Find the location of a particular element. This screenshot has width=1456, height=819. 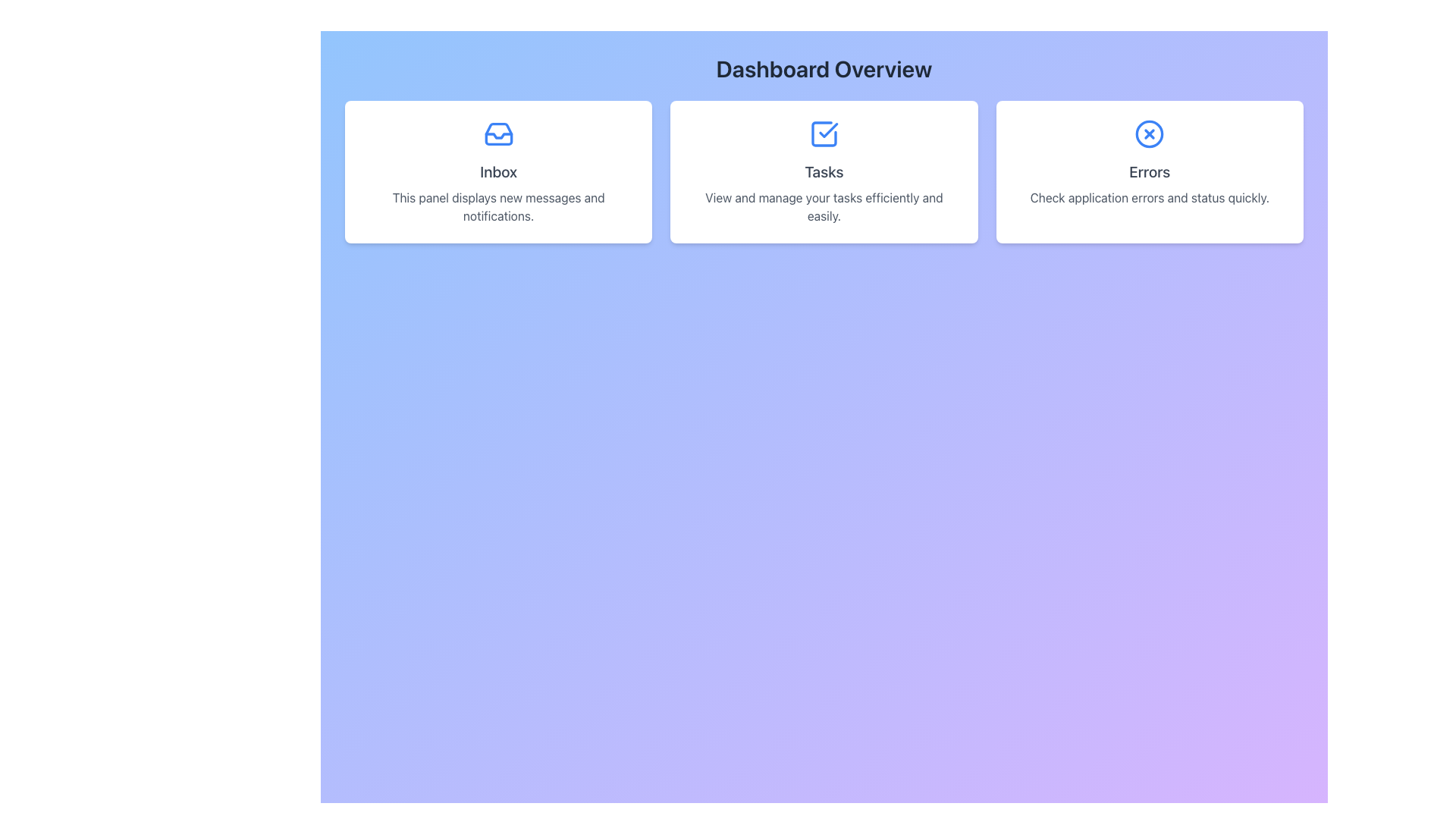

the blue circular error icon with a white background and a blue 'X' in the center, located in the 'Errors' card on the Dashboard Overview is located at coordinates (1150, 133).